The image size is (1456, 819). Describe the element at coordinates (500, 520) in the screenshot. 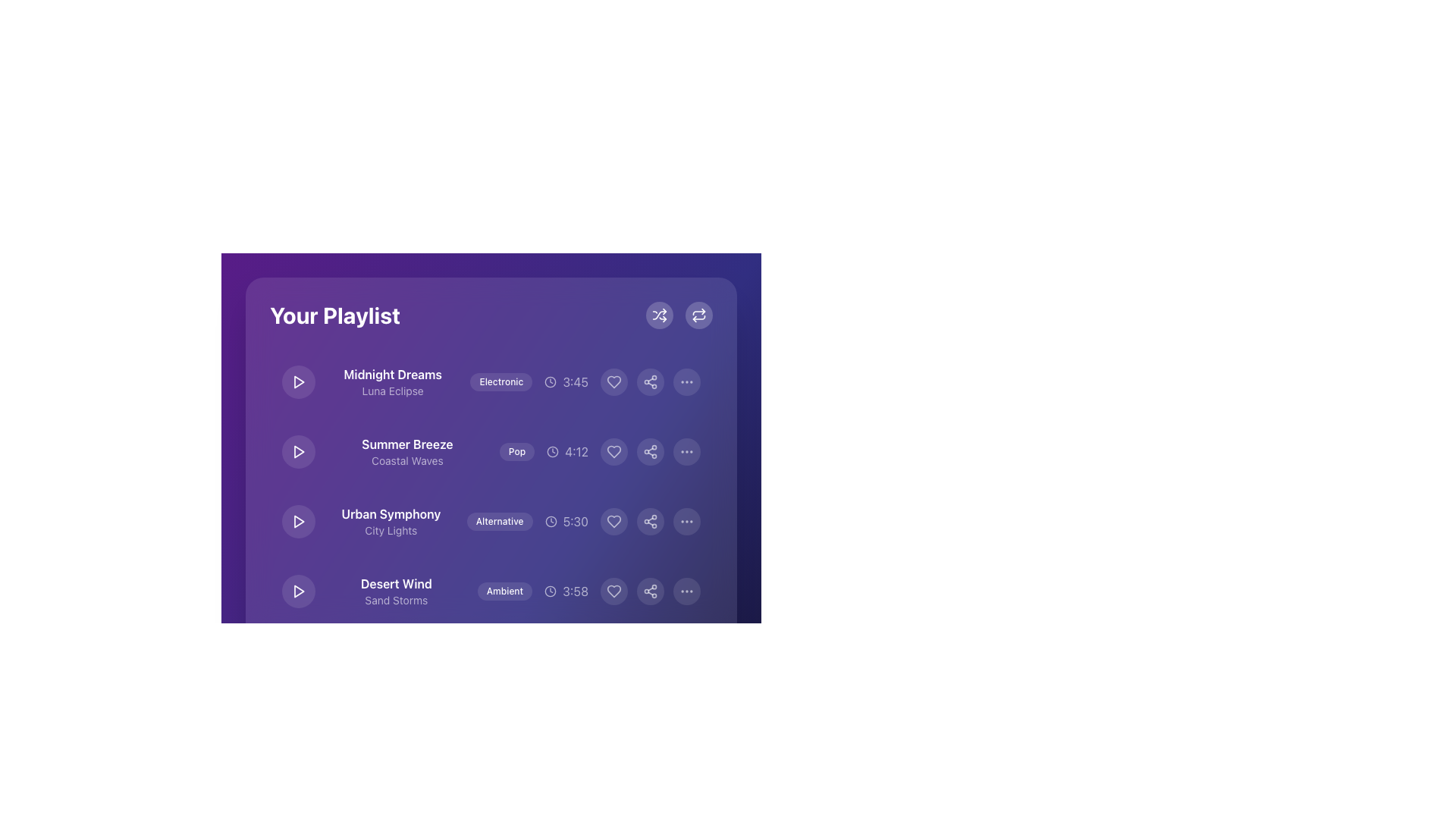

I see `the 'Alternative' label button, which is a small rounded rectangle with a light transparent background and white text, located in the 'Urban Symphony' playlist entry` at that location.